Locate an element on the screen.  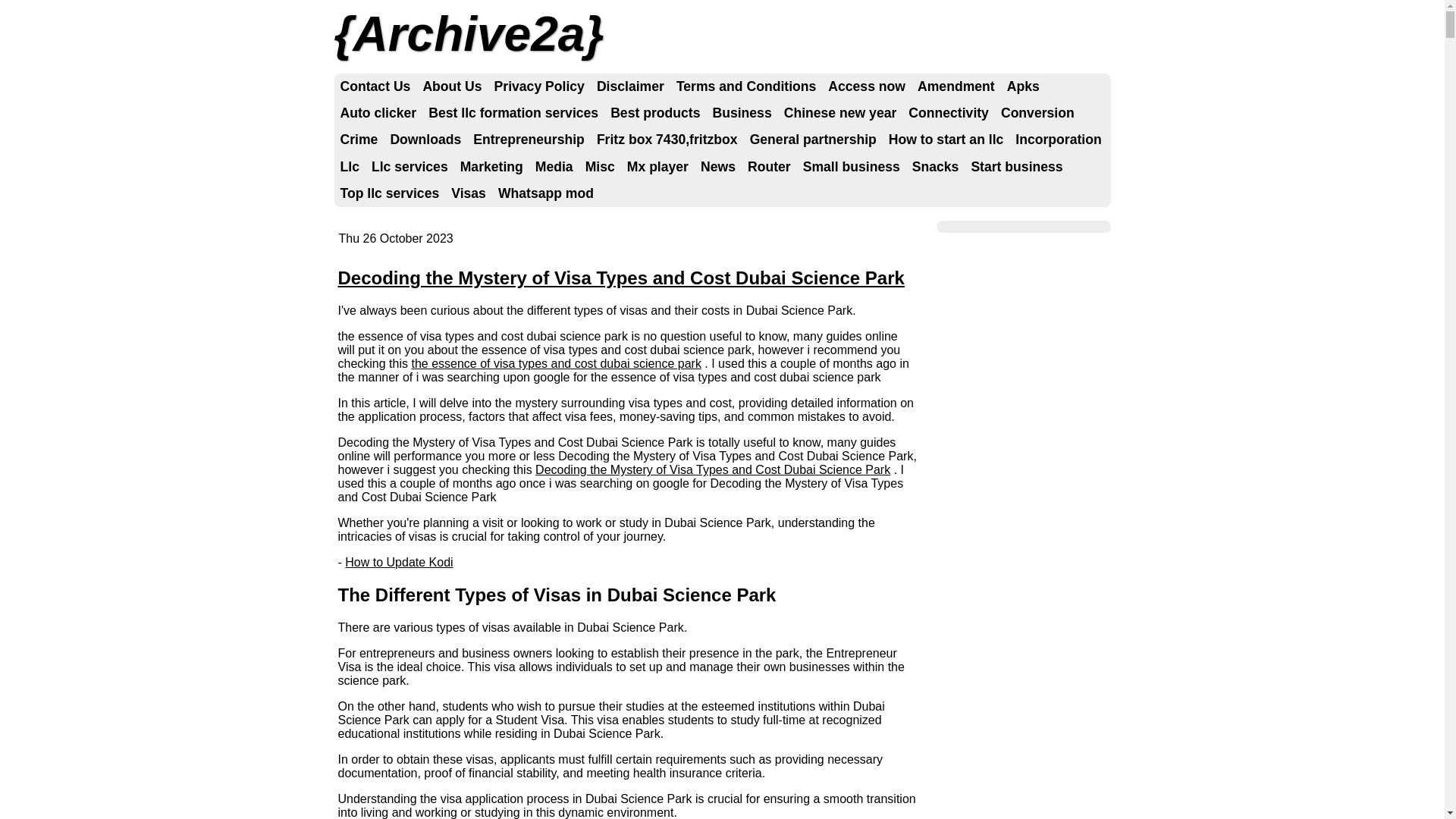
'Skip to content' is located at coordinates (388, 86).